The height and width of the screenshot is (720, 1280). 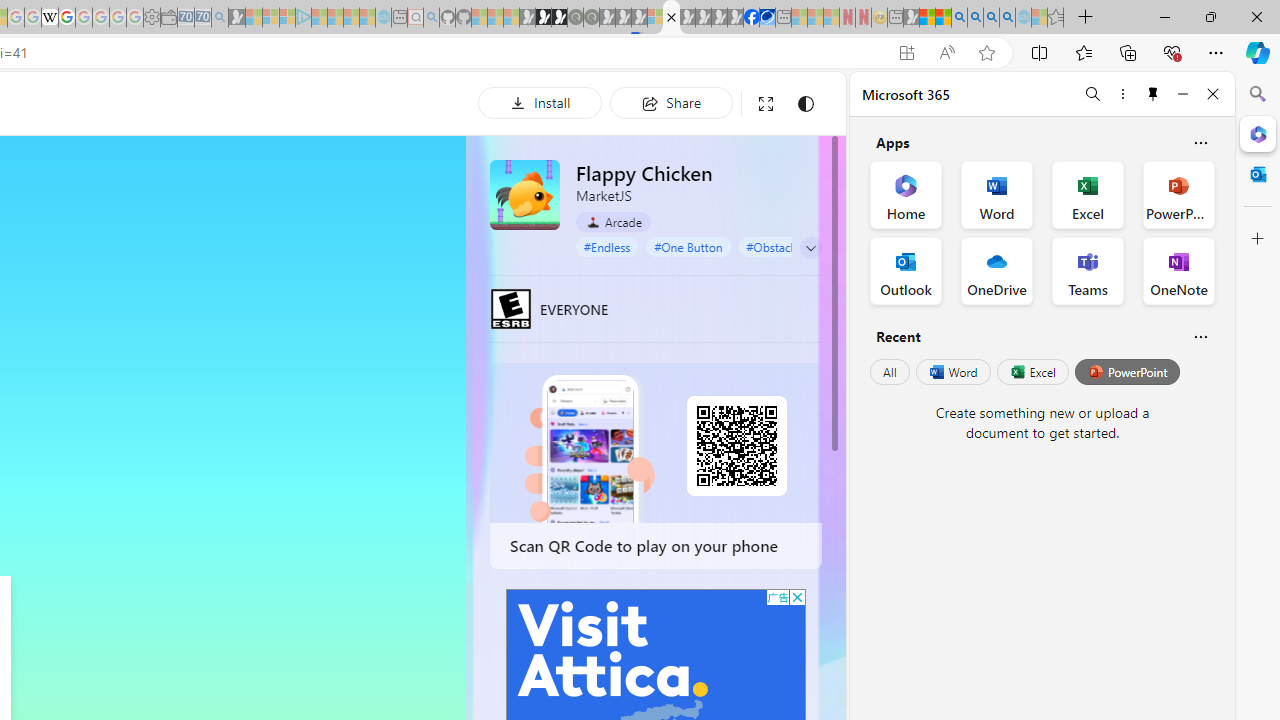 I want to click on '#Endless', so click(x=606, y=245).